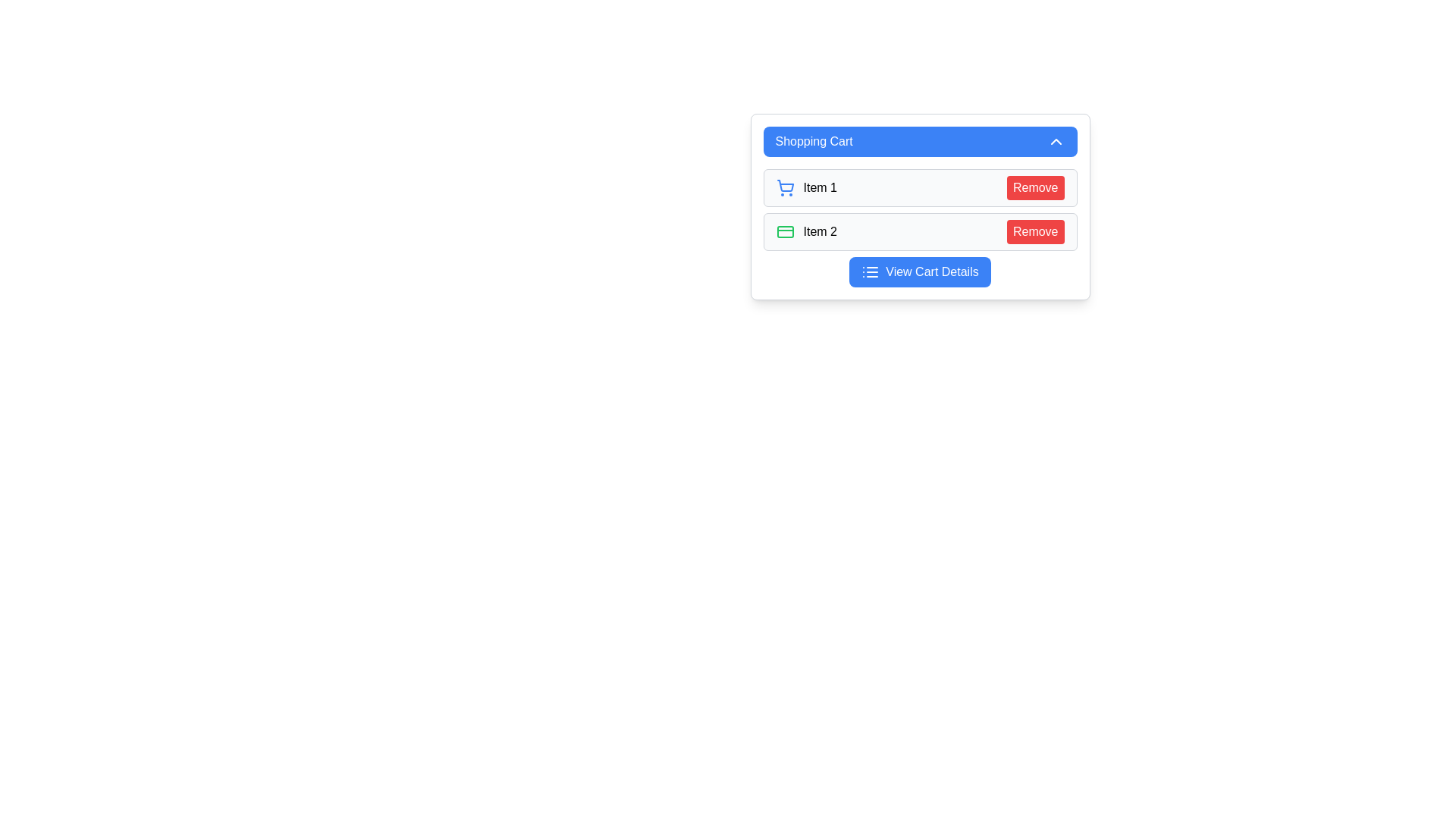  What do you see at coordinates (819, 231) in the screenshot?
I see `the text label reading 'Item 2' in black, which is the second item in the shopping cart list, located next to a green credit card icon` at bounding box center [819, 231].